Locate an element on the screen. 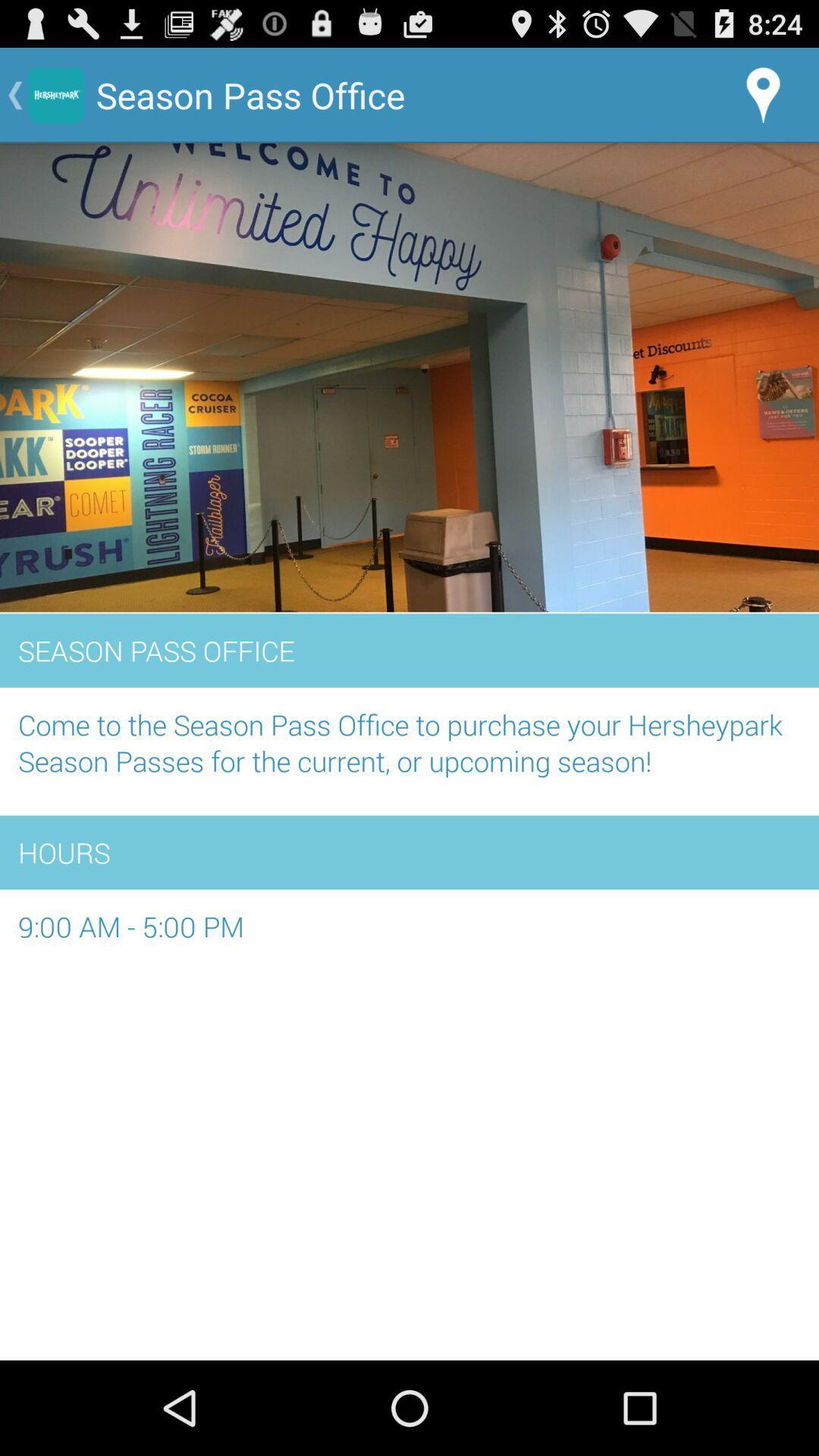 This screenshot has width=819, height=1456. the icon next to the season pass office app is located at coordinates (763, 94).